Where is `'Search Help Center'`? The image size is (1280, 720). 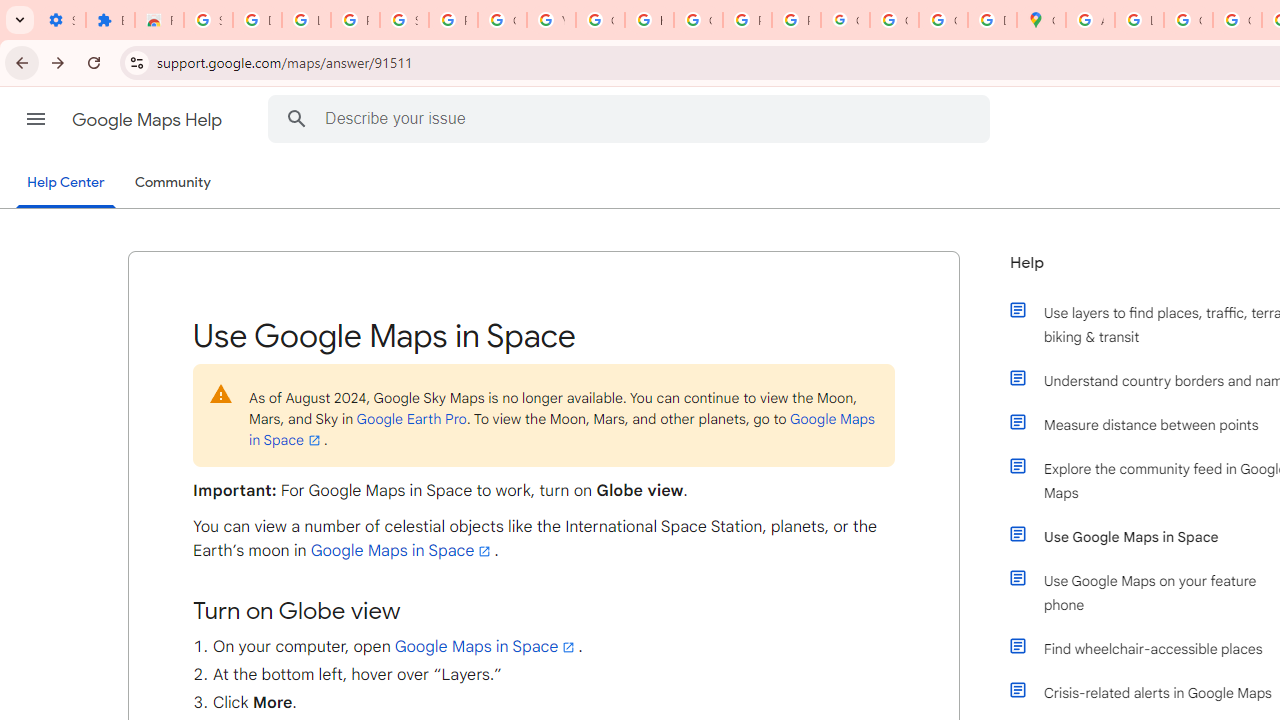 'Search Help Center' is located at coordinates (296, 118).